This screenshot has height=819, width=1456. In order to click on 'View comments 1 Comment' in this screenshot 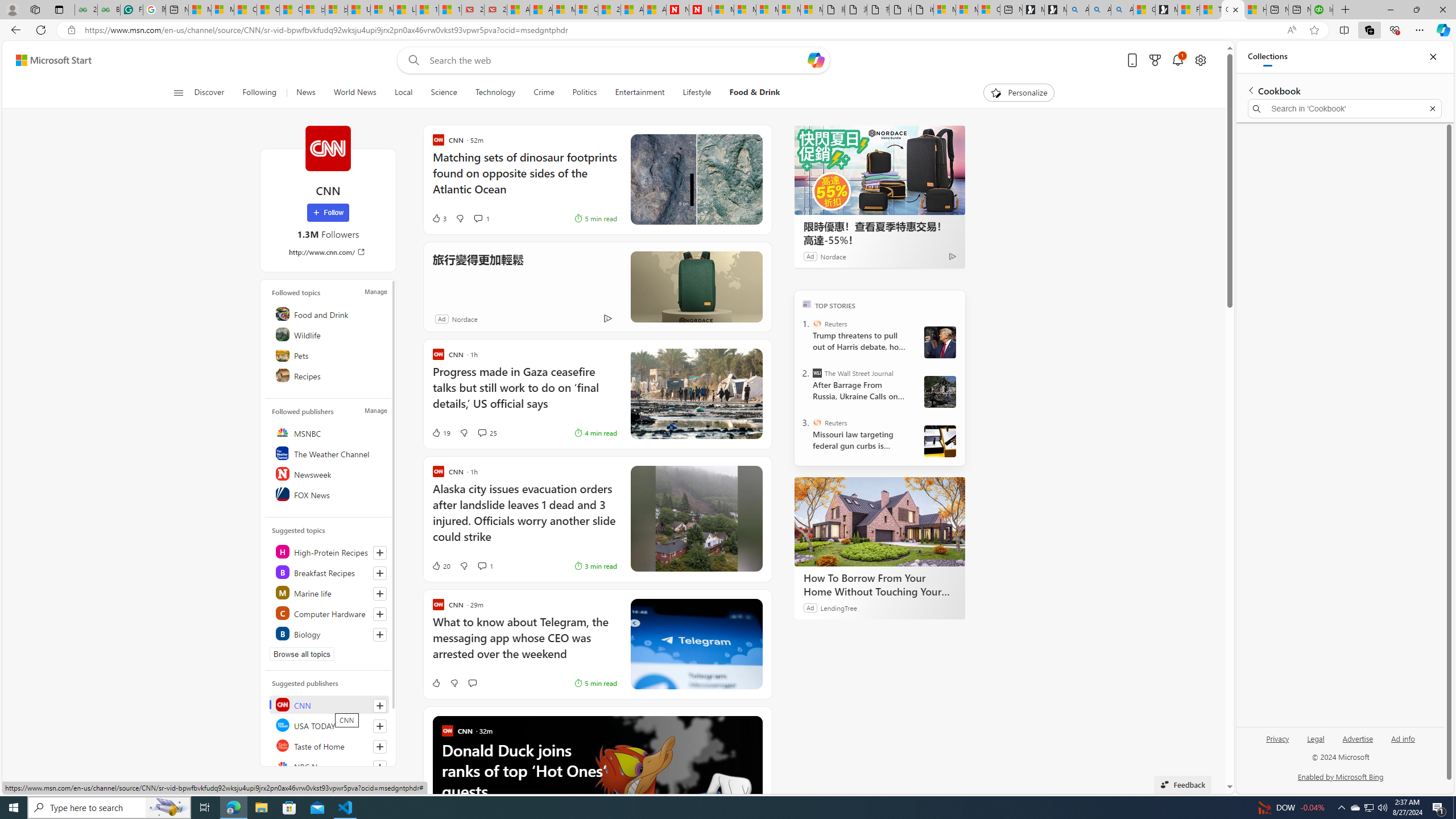, I will do `click(482, 566)`.